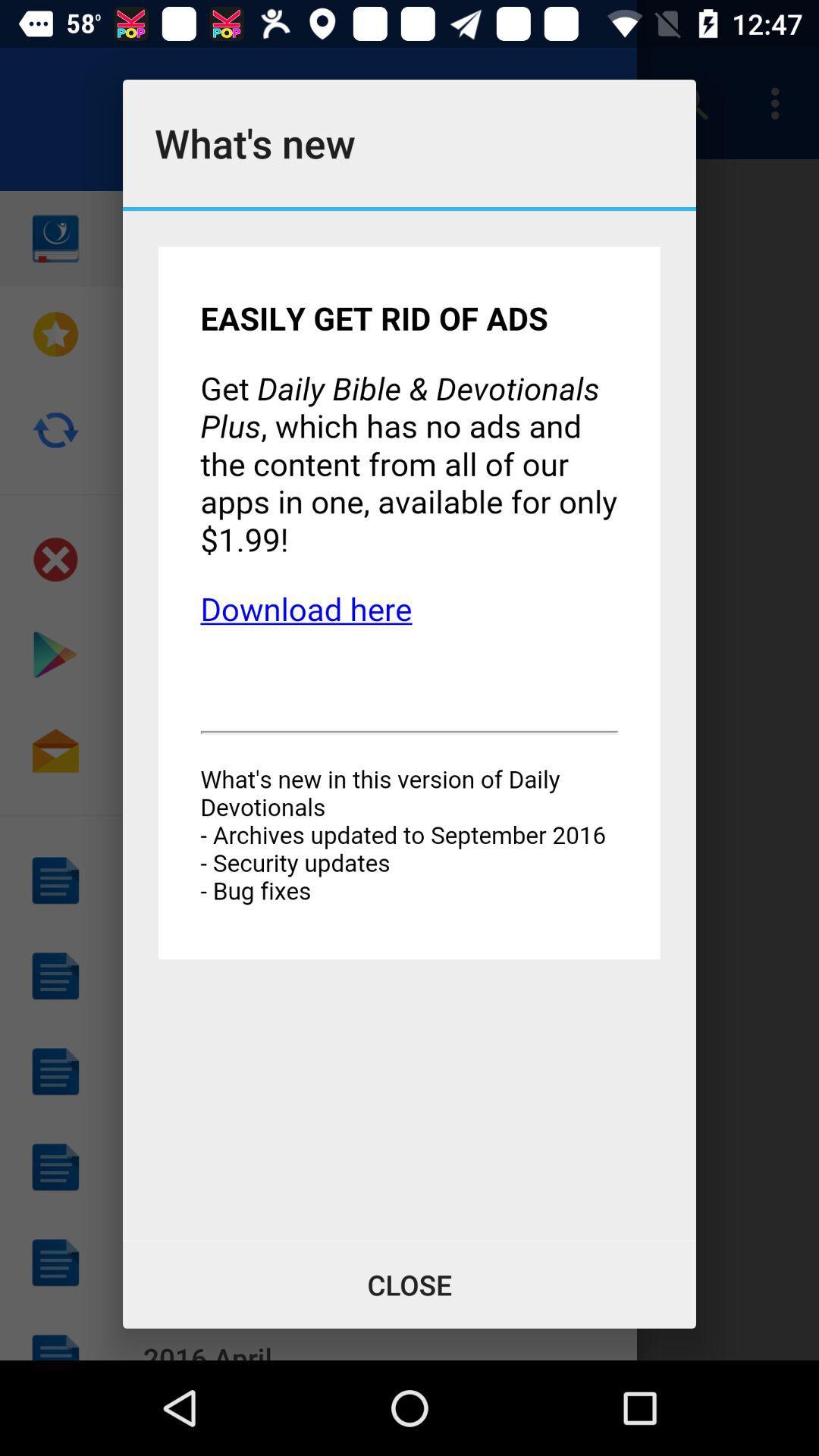 This screenshot has height=1456, width=819. What do you see at coordinates (409, 1284) in the screenshot?
I see `the close button` at bounding box center [409, 1284].